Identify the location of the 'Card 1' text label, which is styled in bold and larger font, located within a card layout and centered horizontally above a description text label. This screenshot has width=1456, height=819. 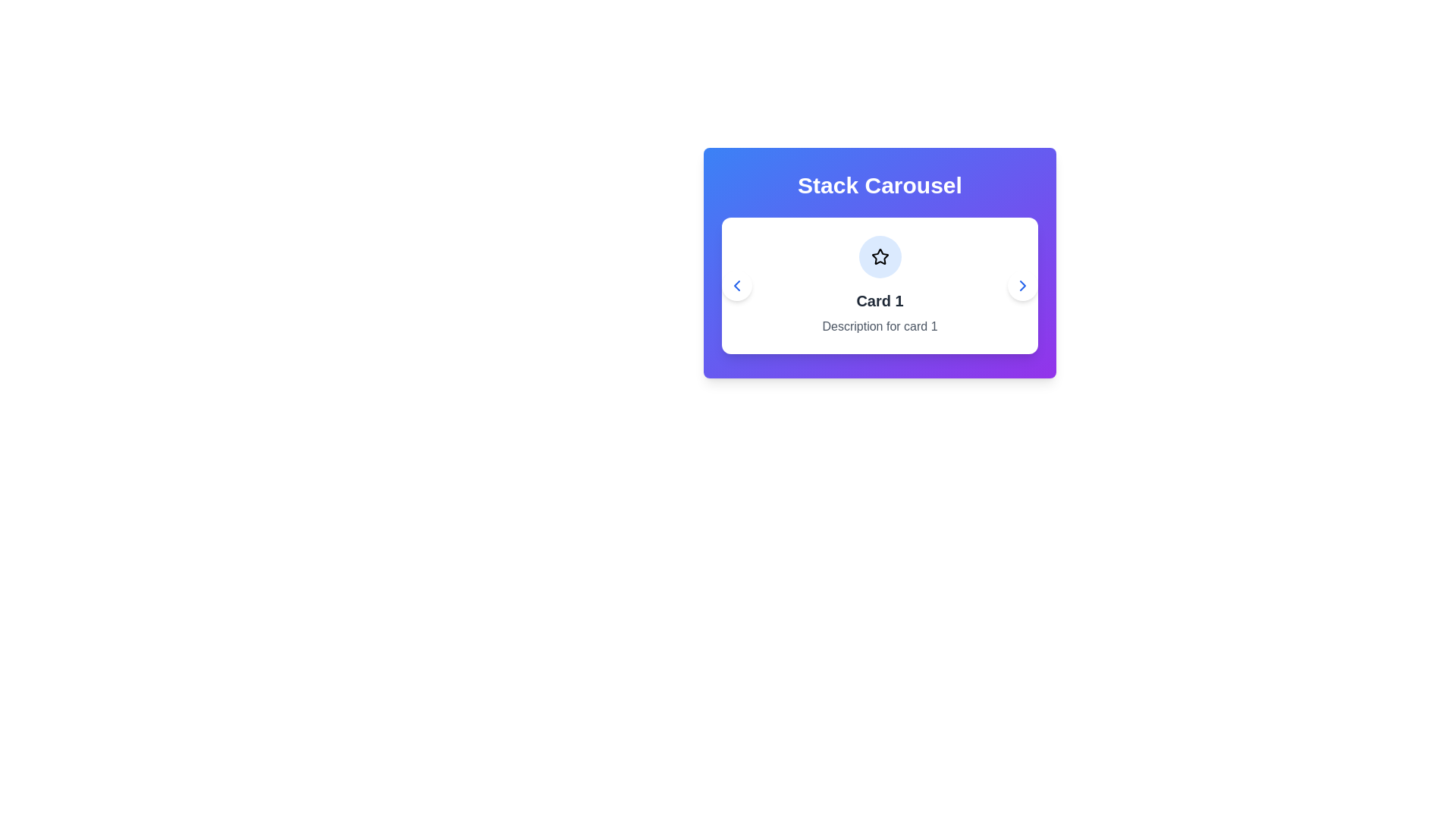
(880, 301).